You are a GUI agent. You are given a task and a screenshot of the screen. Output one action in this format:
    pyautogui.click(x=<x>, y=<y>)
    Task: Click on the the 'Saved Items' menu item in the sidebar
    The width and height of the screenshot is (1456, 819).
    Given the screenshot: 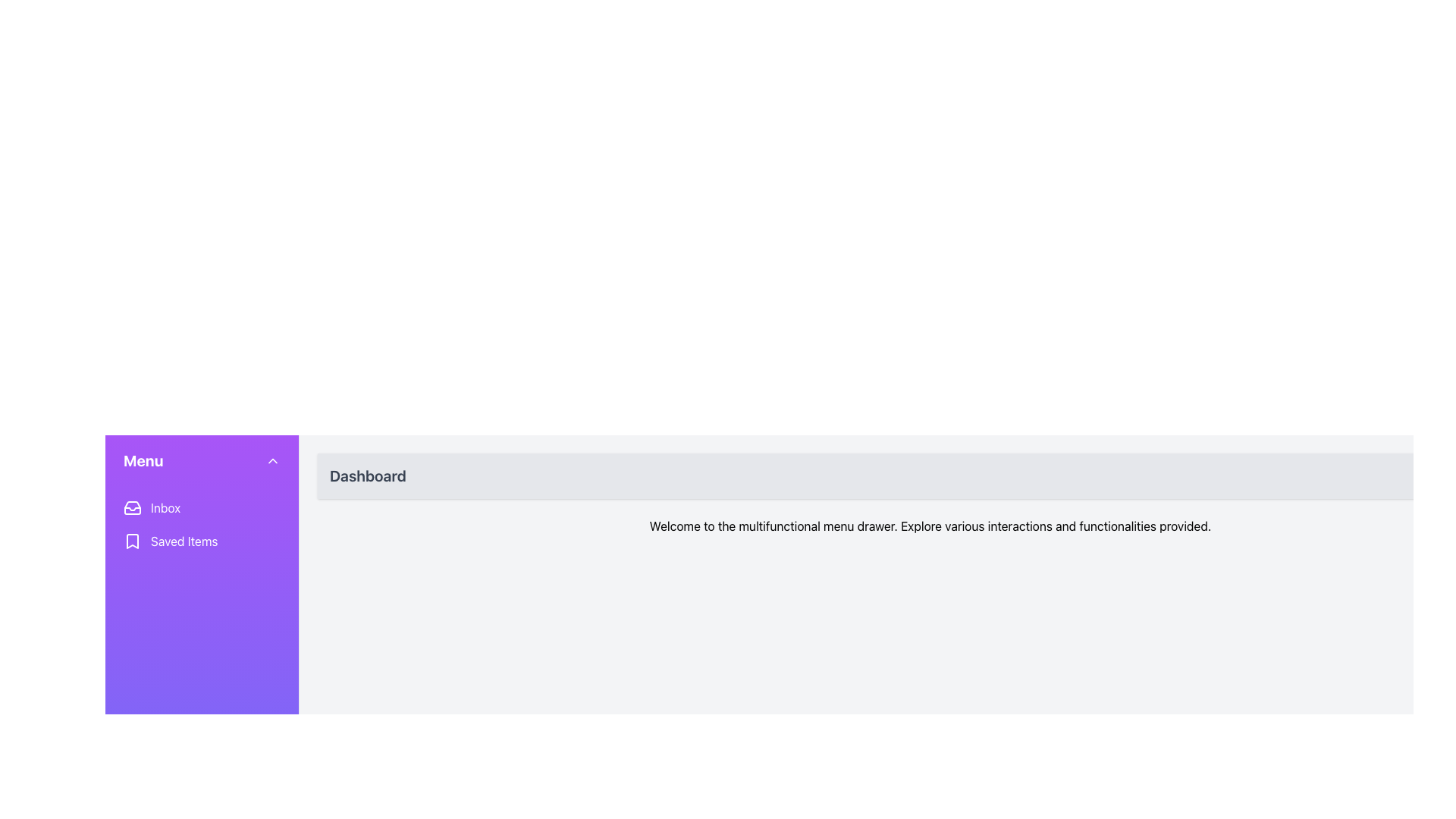 What is the action you would take?
    pyautogui.click(x=201, y=540)
    